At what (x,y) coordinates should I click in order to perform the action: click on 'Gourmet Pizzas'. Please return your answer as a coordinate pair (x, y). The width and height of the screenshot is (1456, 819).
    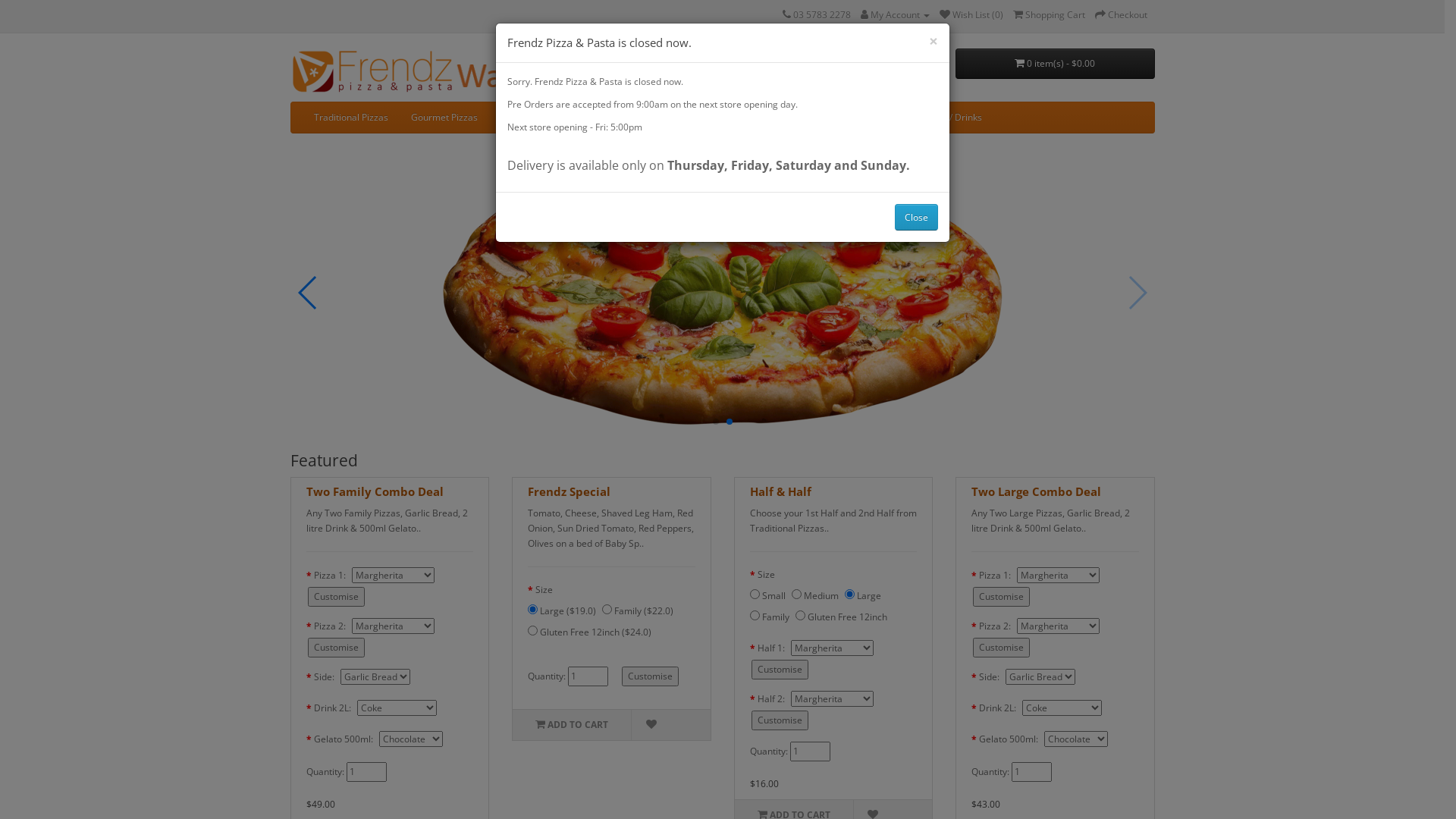
    Looking at the image, I should click on (443, 116).